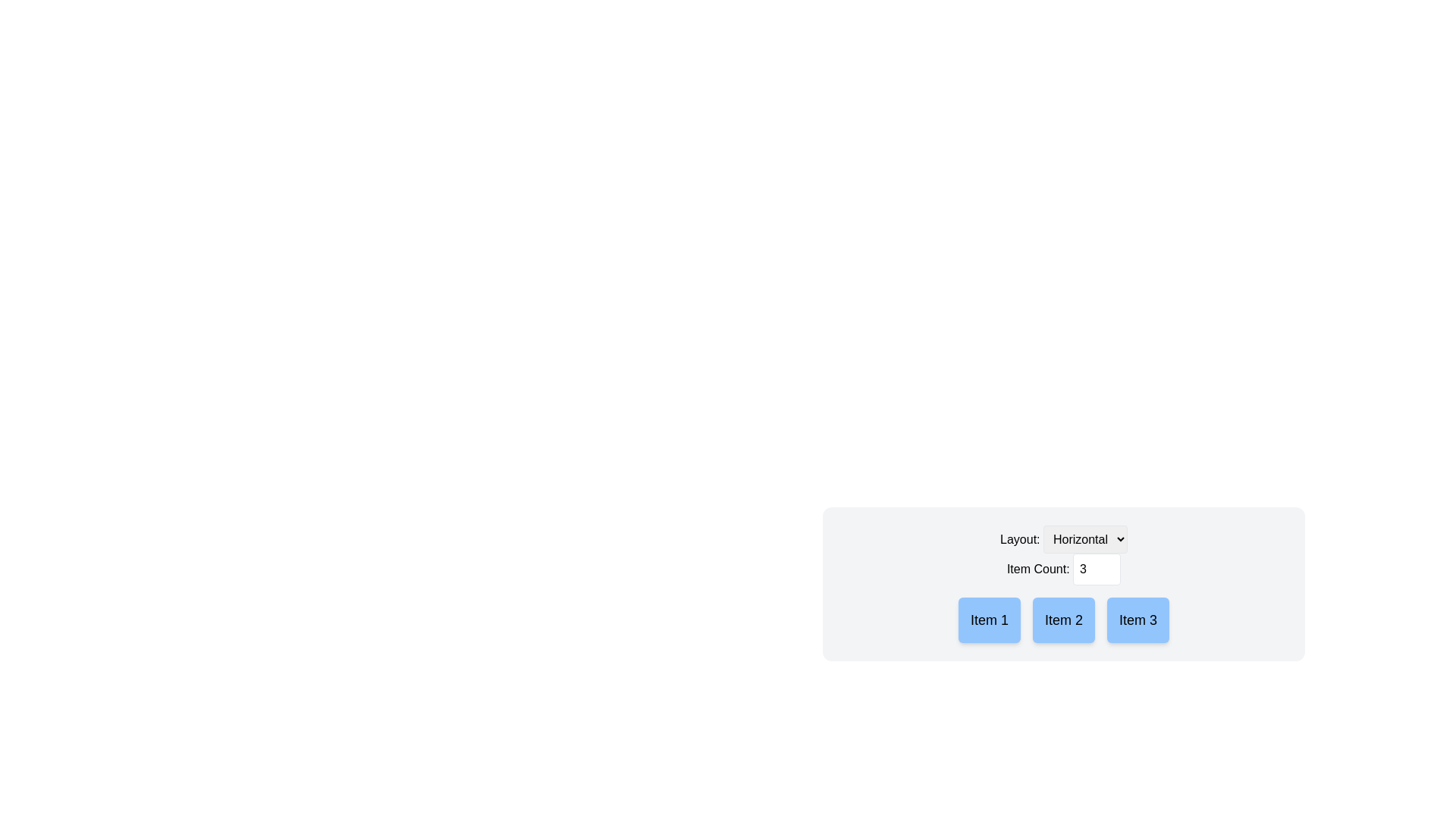  I want to click on the Dropdown menu located to the right of the word 'Layout:', so click(1084, 538).